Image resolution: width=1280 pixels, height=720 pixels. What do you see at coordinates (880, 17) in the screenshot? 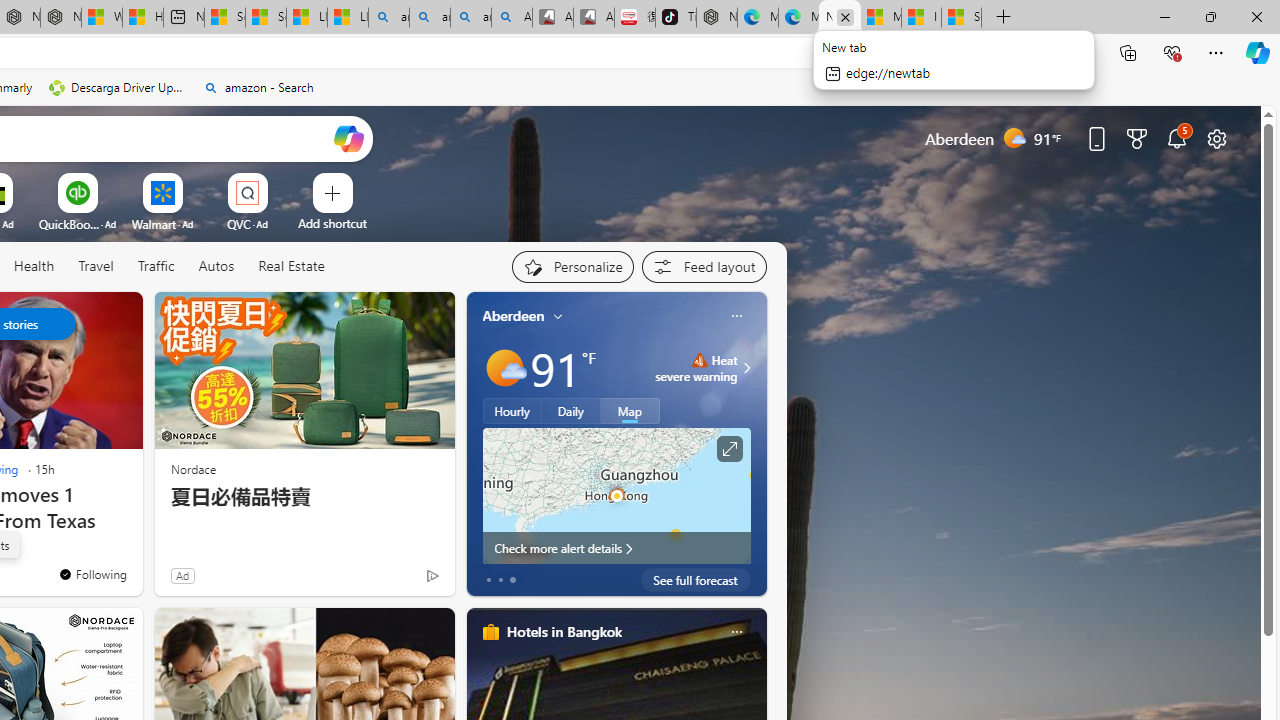
I see `'Microsoft Start'` at bounding box center [880, 17].